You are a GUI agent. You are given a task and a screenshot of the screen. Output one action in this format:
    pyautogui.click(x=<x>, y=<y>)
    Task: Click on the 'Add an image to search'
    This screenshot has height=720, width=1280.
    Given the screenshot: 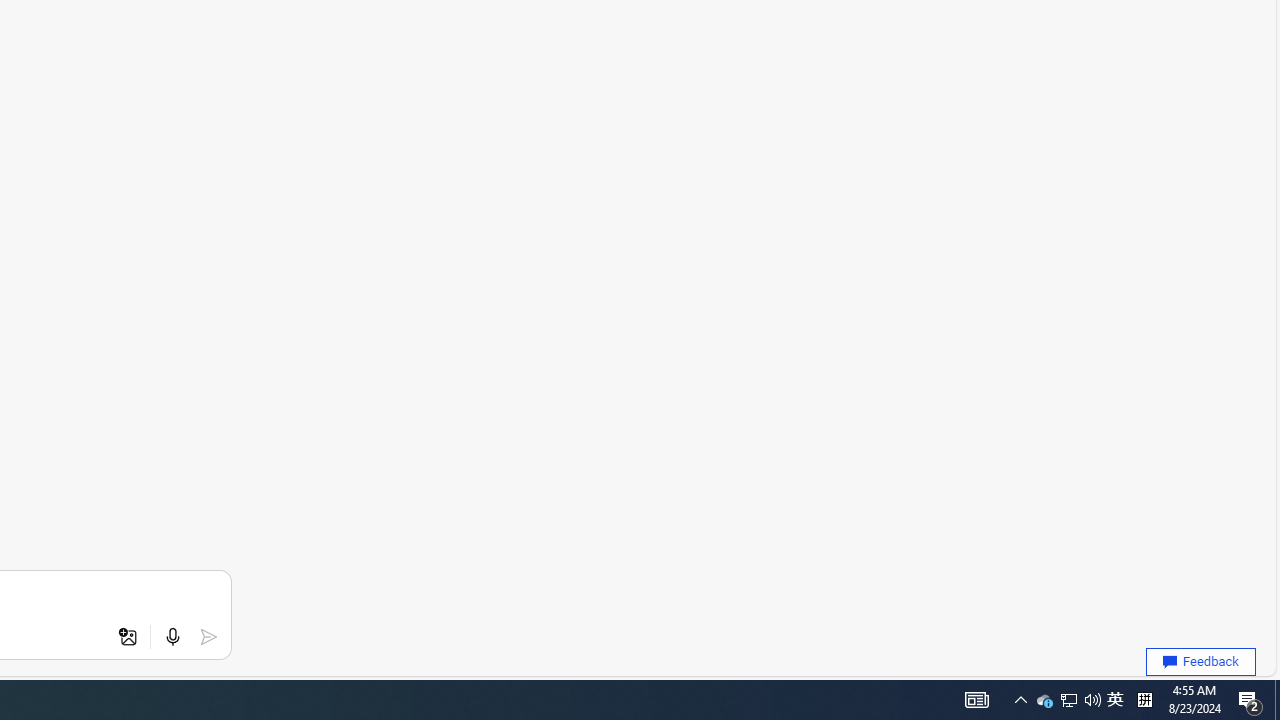 What is the action you would take?
    pyautogui.click(x=127, y=637)
    